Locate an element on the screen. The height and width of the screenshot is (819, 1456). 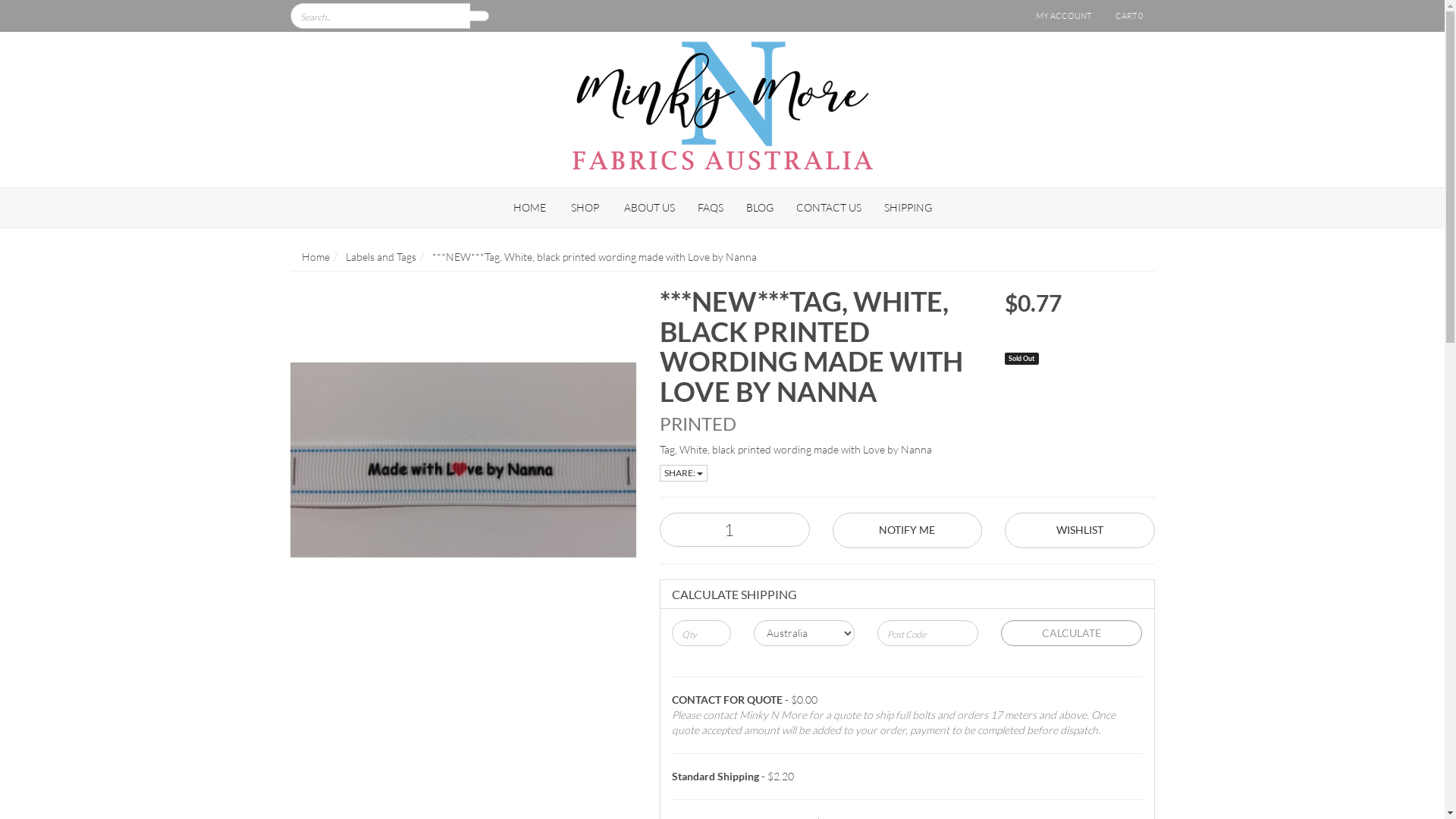
'WISHLIST' is located at coordinates (1079, 529).